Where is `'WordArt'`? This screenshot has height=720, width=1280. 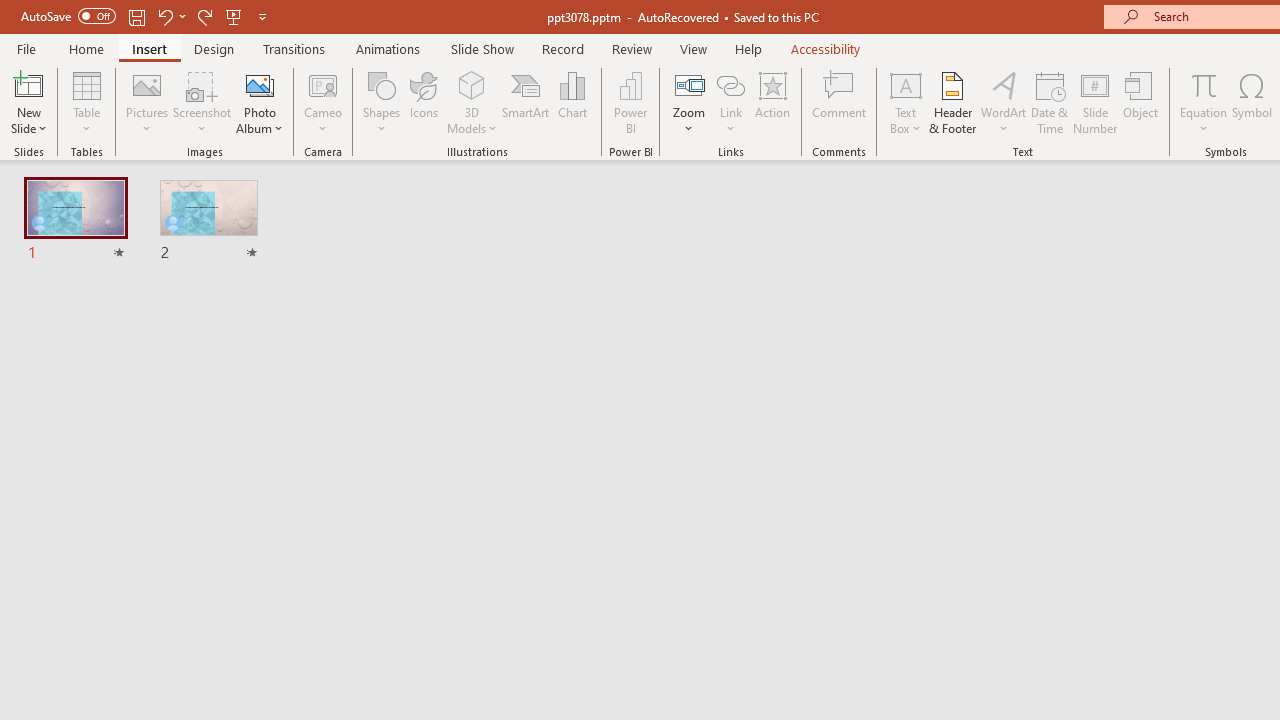 'WordArt' is located at coordinates (1004, 103).